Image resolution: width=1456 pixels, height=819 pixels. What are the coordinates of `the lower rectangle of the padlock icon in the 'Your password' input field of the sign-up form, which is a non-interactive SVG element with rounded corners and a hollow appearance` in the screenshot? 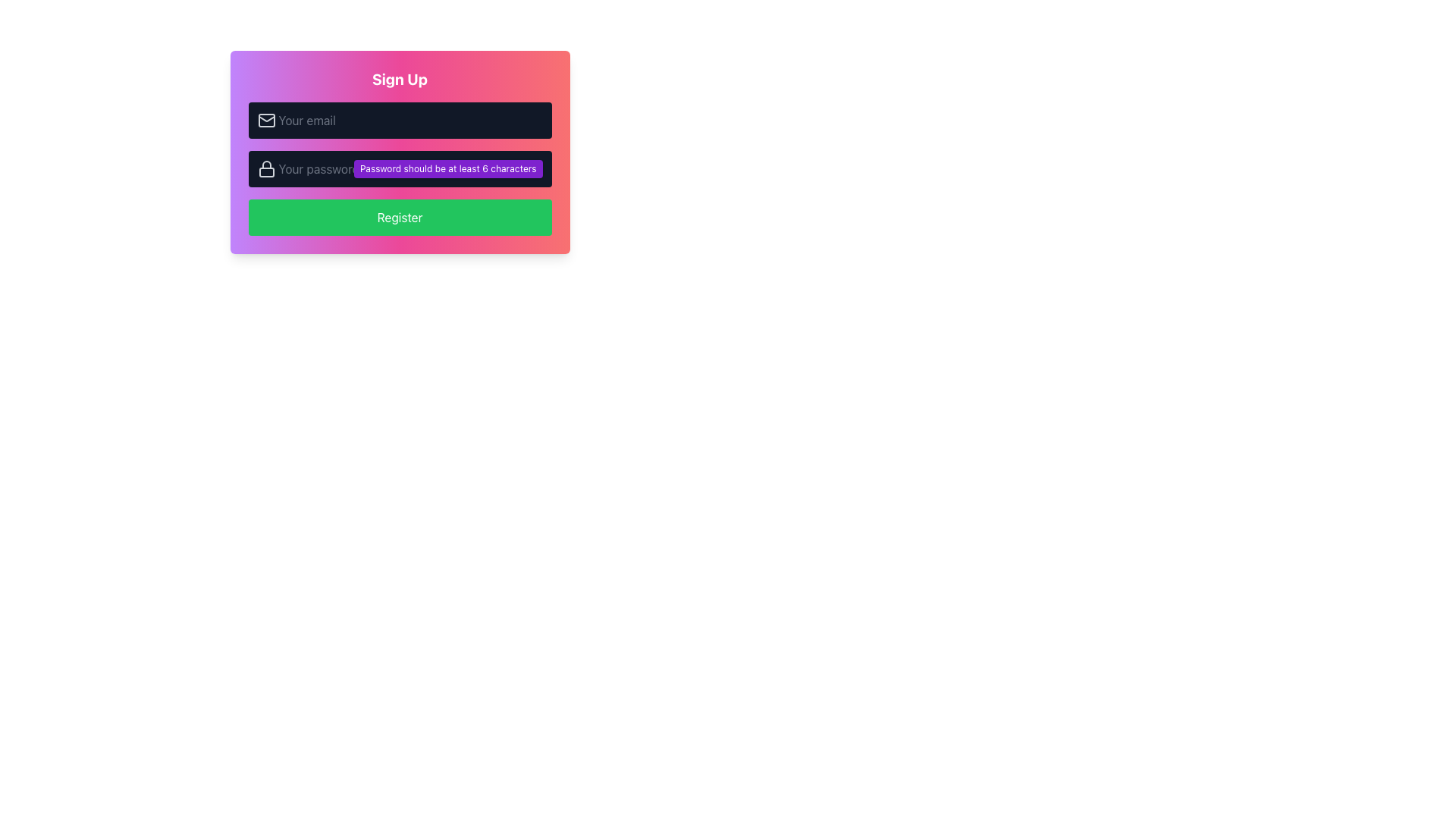 It's located at (266, 171).